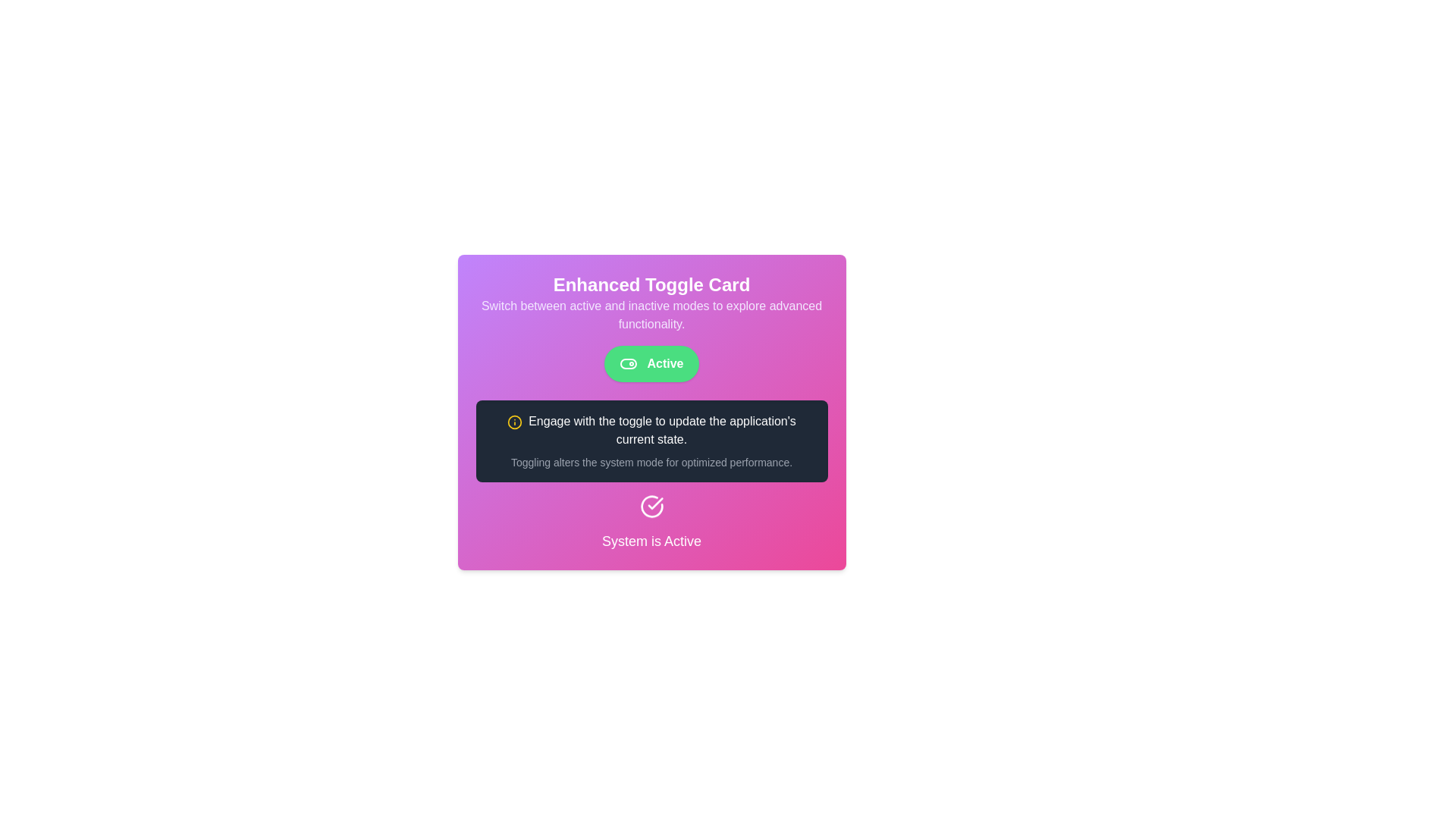 The image size is (1456, 819). Describe the element at coordinates (651, 540) in the screenshot. I see `the Static Text Label that provides a status update or confirmation, positioned below the animated checkmark icon in the vertically centered card UI` at that location.